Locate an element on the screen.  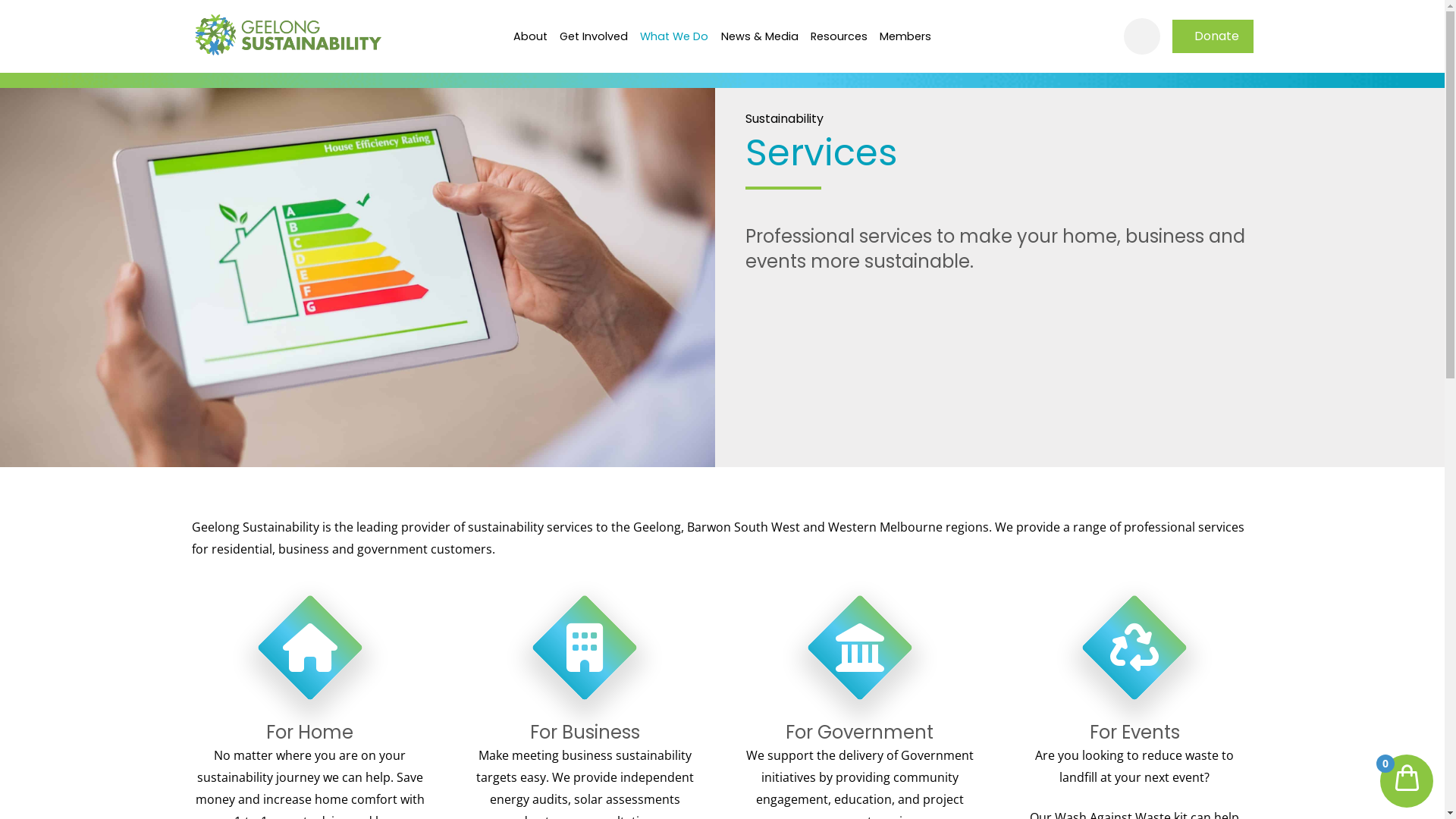
'Donate' is located at coordinates (1171, 35).